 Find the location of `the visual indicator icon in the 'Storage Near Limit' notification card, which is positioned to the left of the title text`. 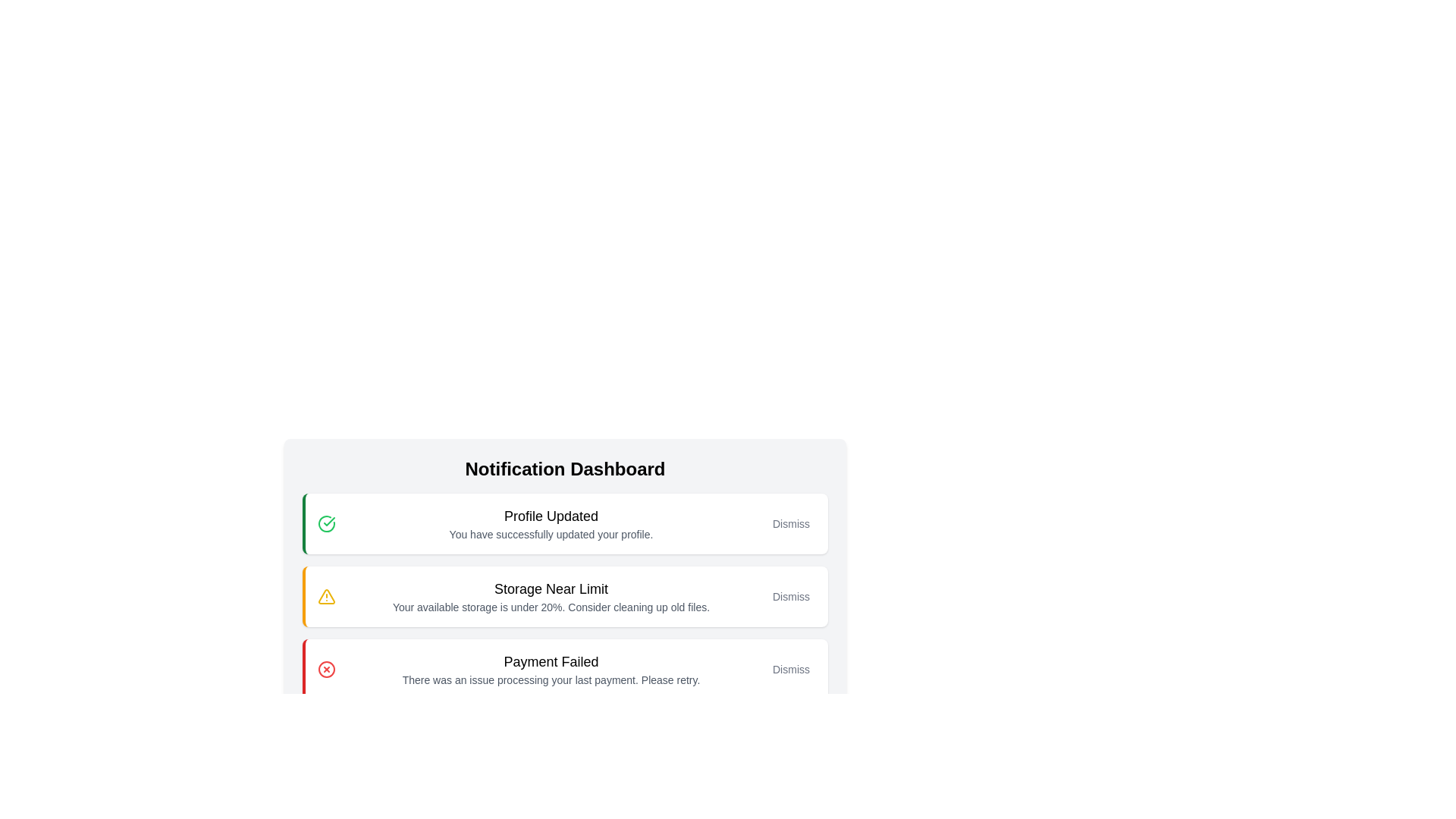

the visual indicator icon in the 'Storage Near Limit' notification card, which is positioned to the left of the title text is located at coordinates (326, 595).